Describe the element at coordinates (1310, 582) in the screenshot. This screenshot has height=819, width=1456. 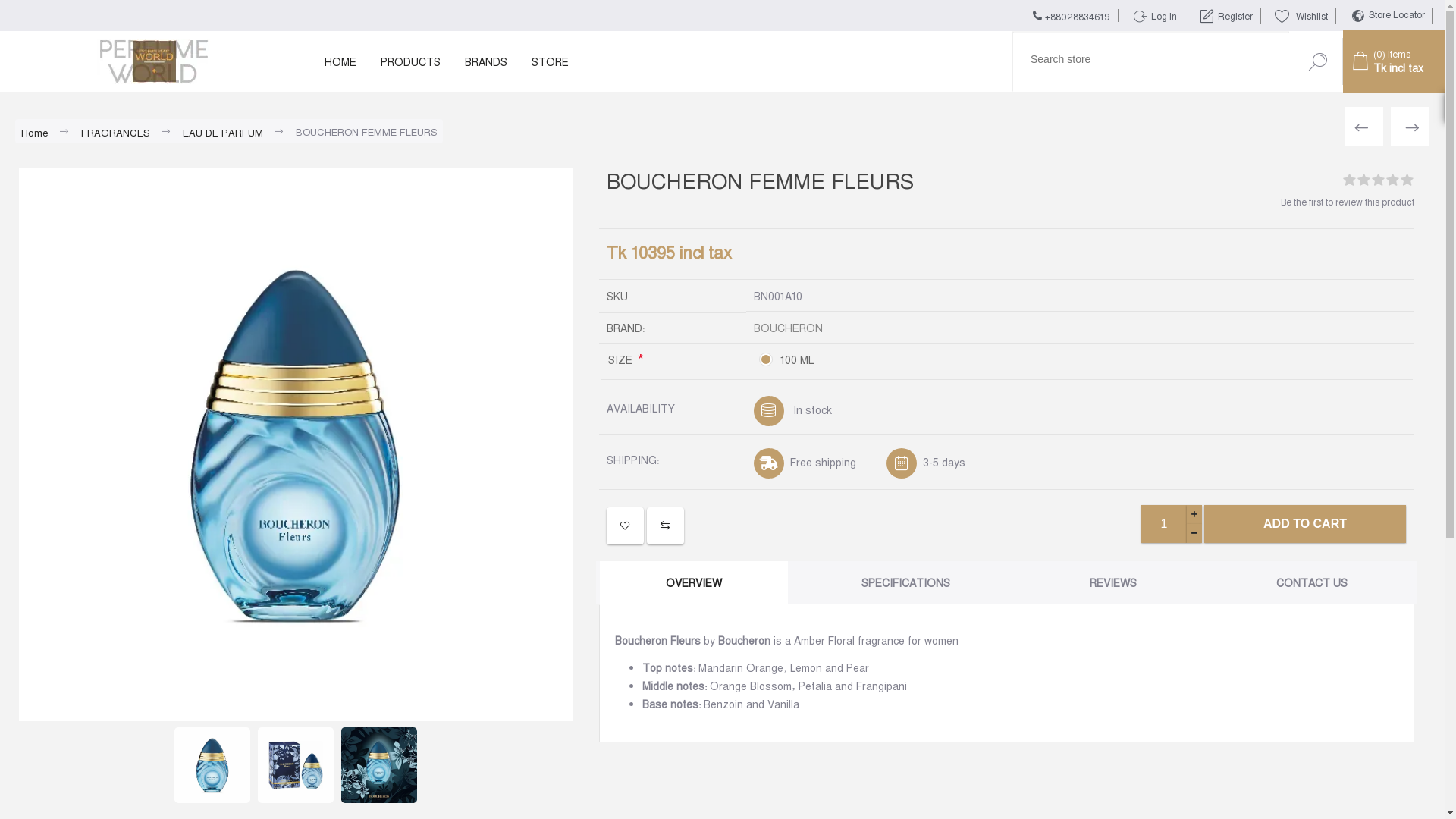
I see `'CONTACT US'` at that location.